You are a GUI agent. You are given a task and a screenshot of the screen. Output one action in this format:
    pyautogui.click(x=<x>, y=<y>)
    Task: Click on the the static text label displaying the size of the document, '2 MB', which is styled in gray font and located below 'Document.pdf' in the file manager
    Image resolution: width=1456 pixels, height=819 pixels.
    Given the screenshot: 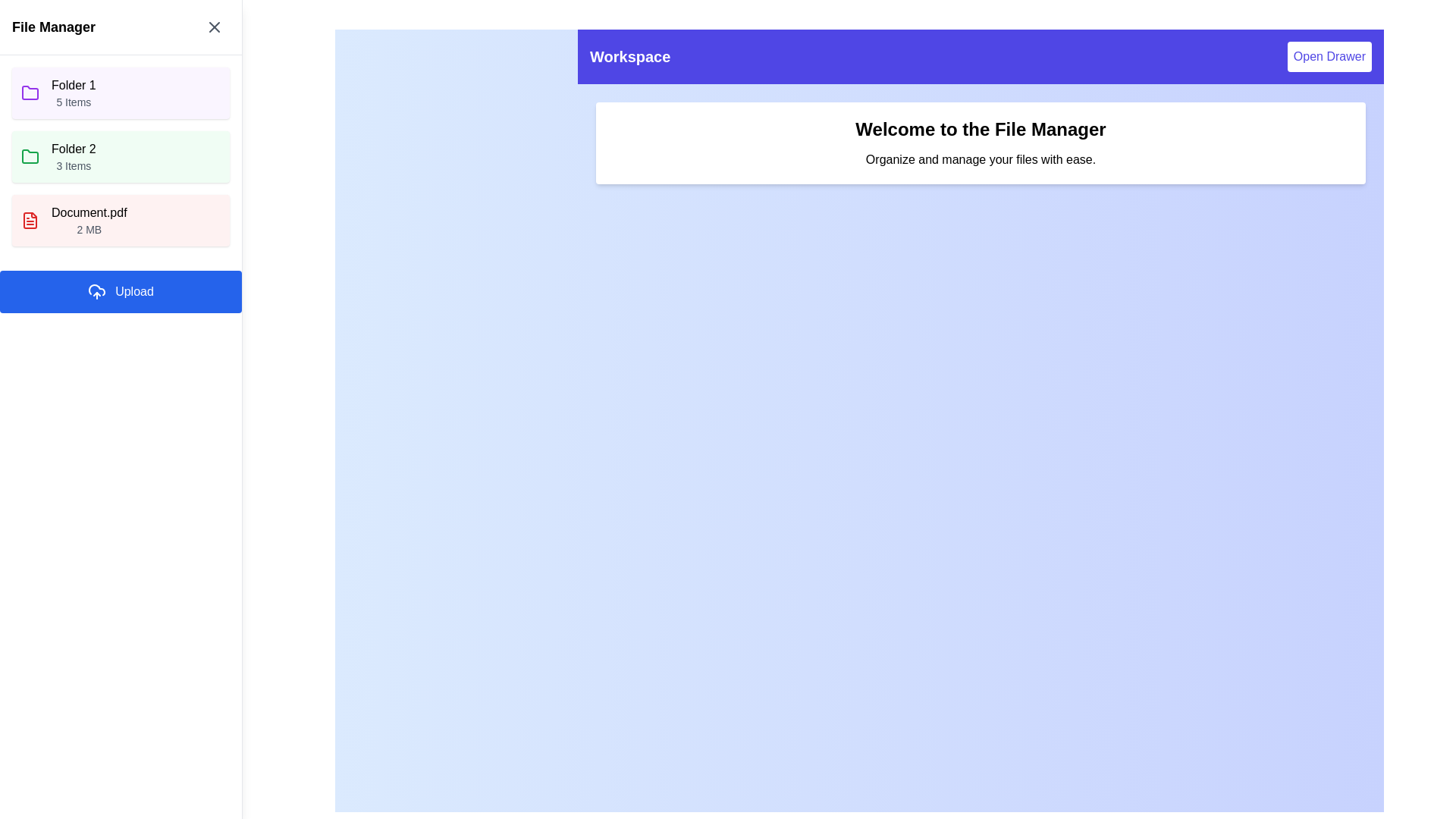 What is the action you would take?
    pyautogui.click(x=88, y=230)
    